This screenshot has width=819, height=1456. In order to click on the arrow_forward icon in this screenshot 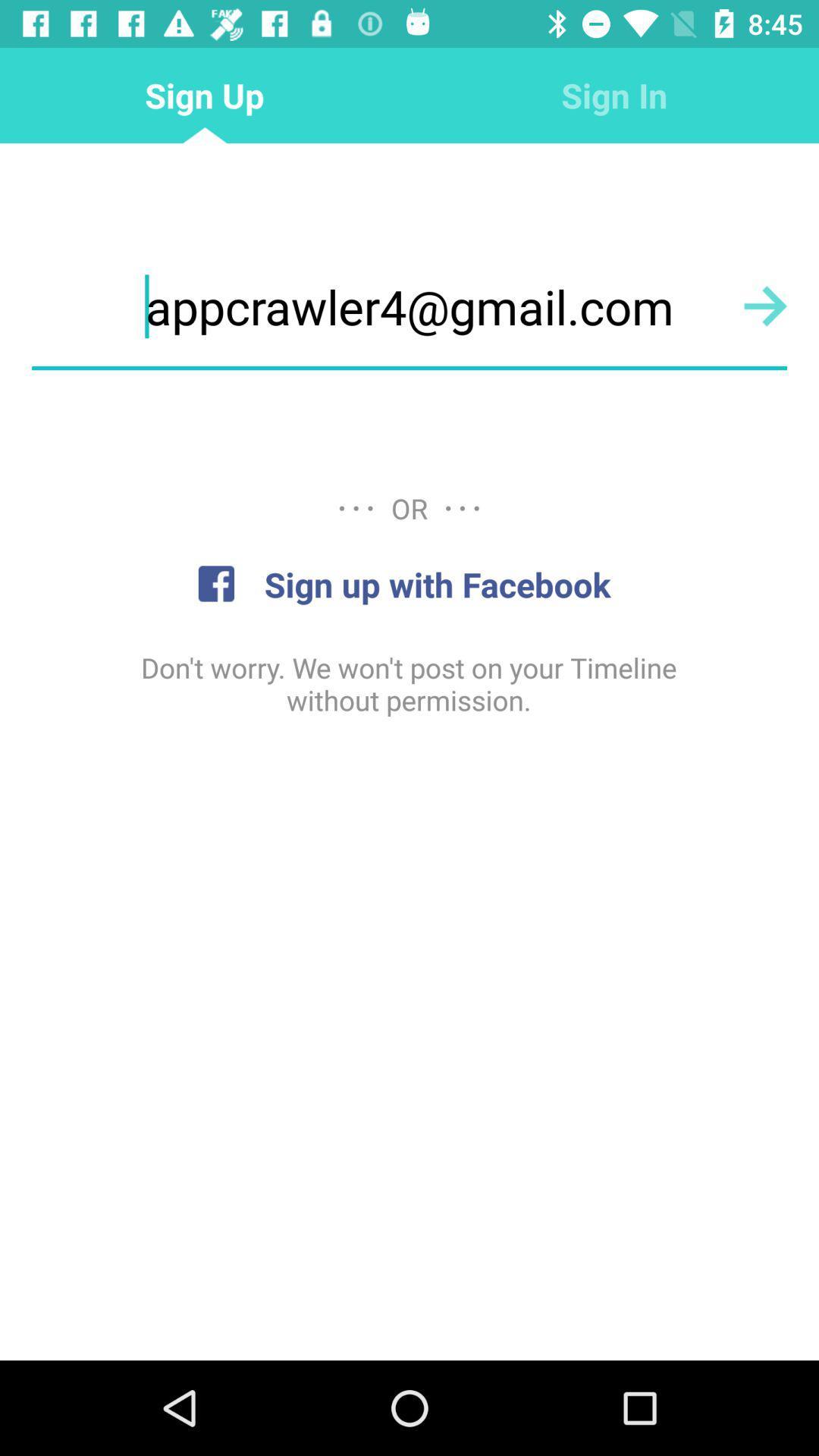, I will do `click(765, 305)`.